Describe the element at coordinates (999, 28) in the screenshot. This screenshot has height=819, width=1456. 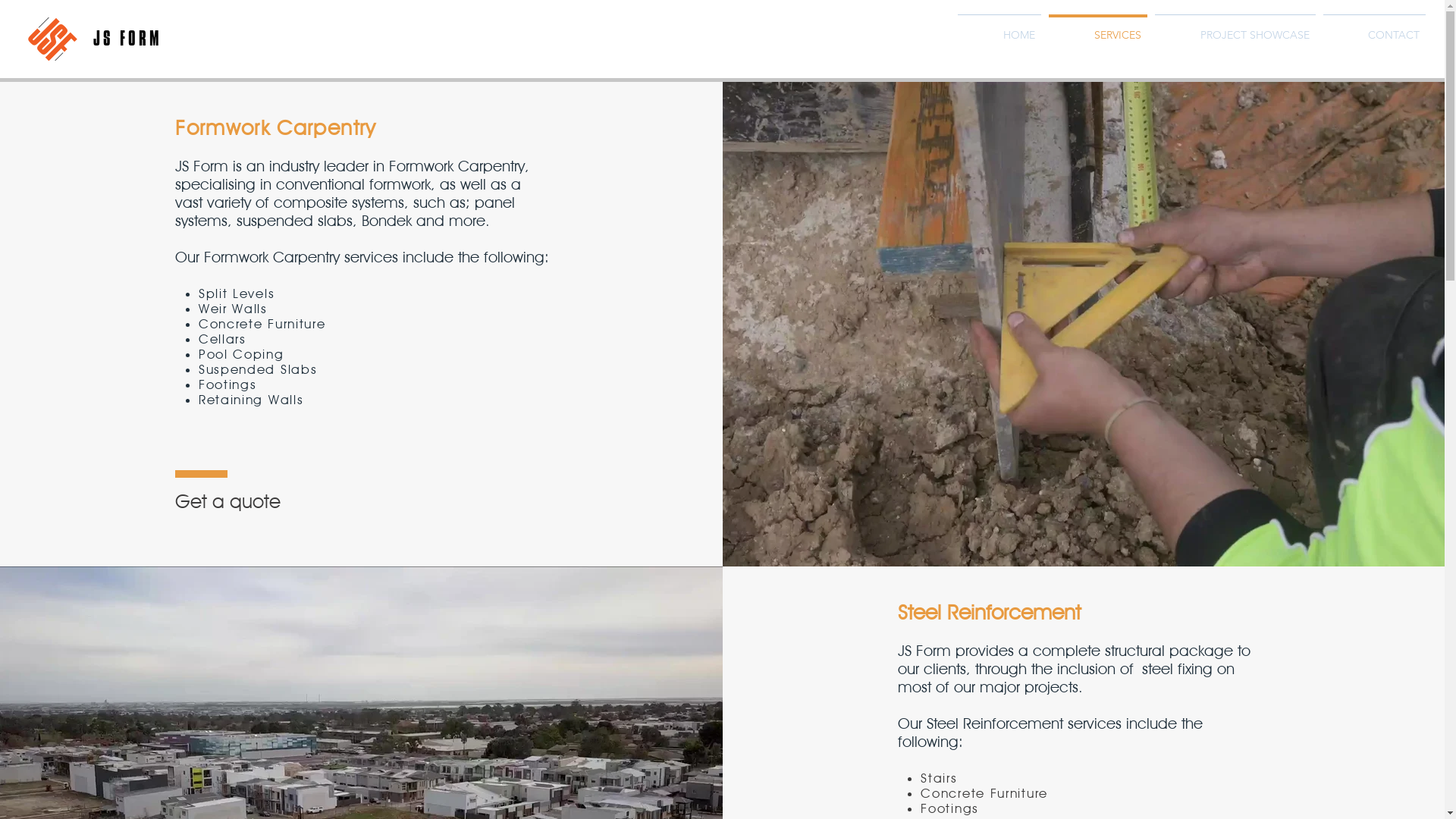
I see `'HOME'` at that location.